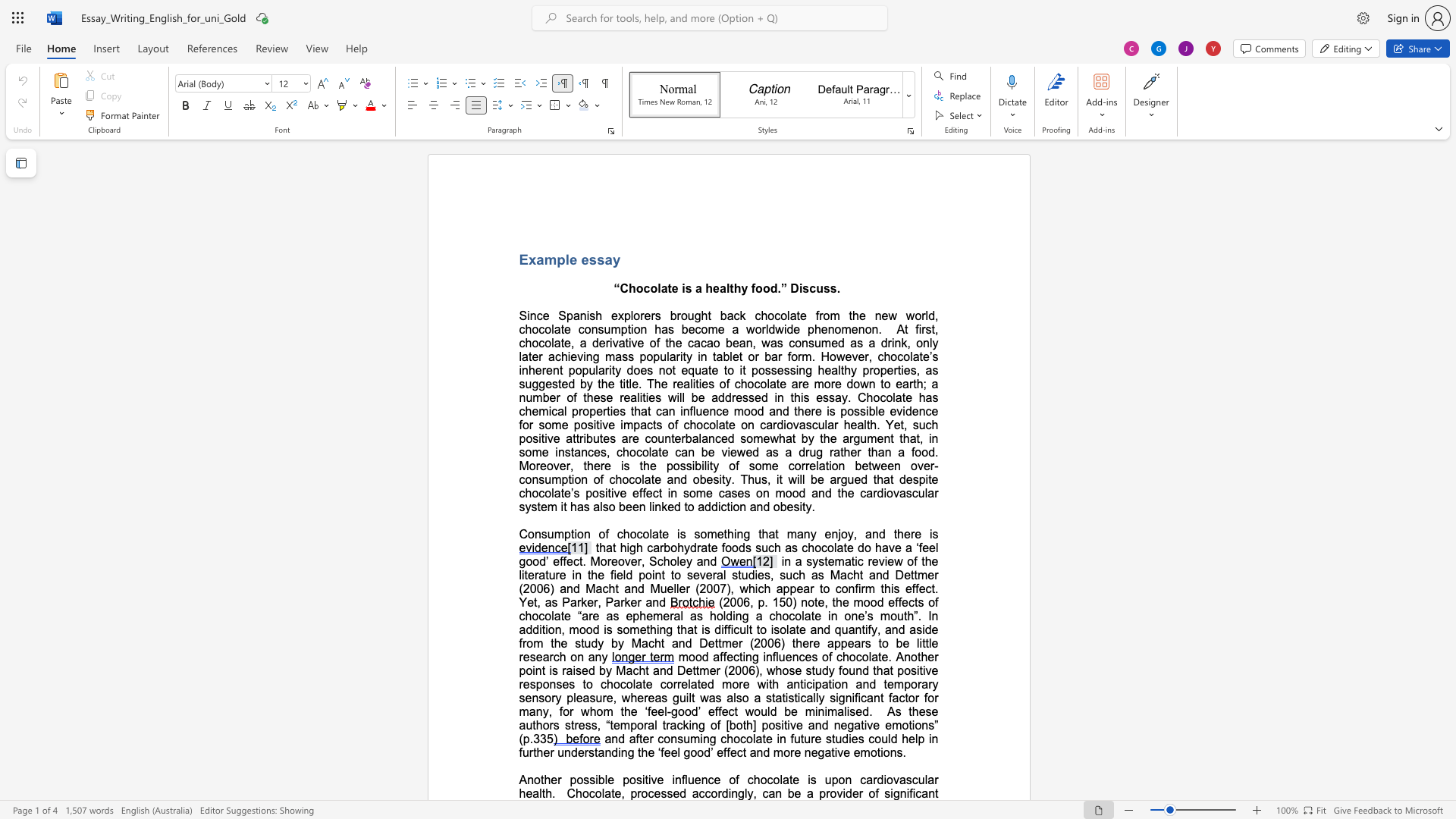 This screenshot has width=1456, height=819. Describe the element at coordinates (560, 451) in the screenshot. I see `the 3th character "n" in the text` at that location.